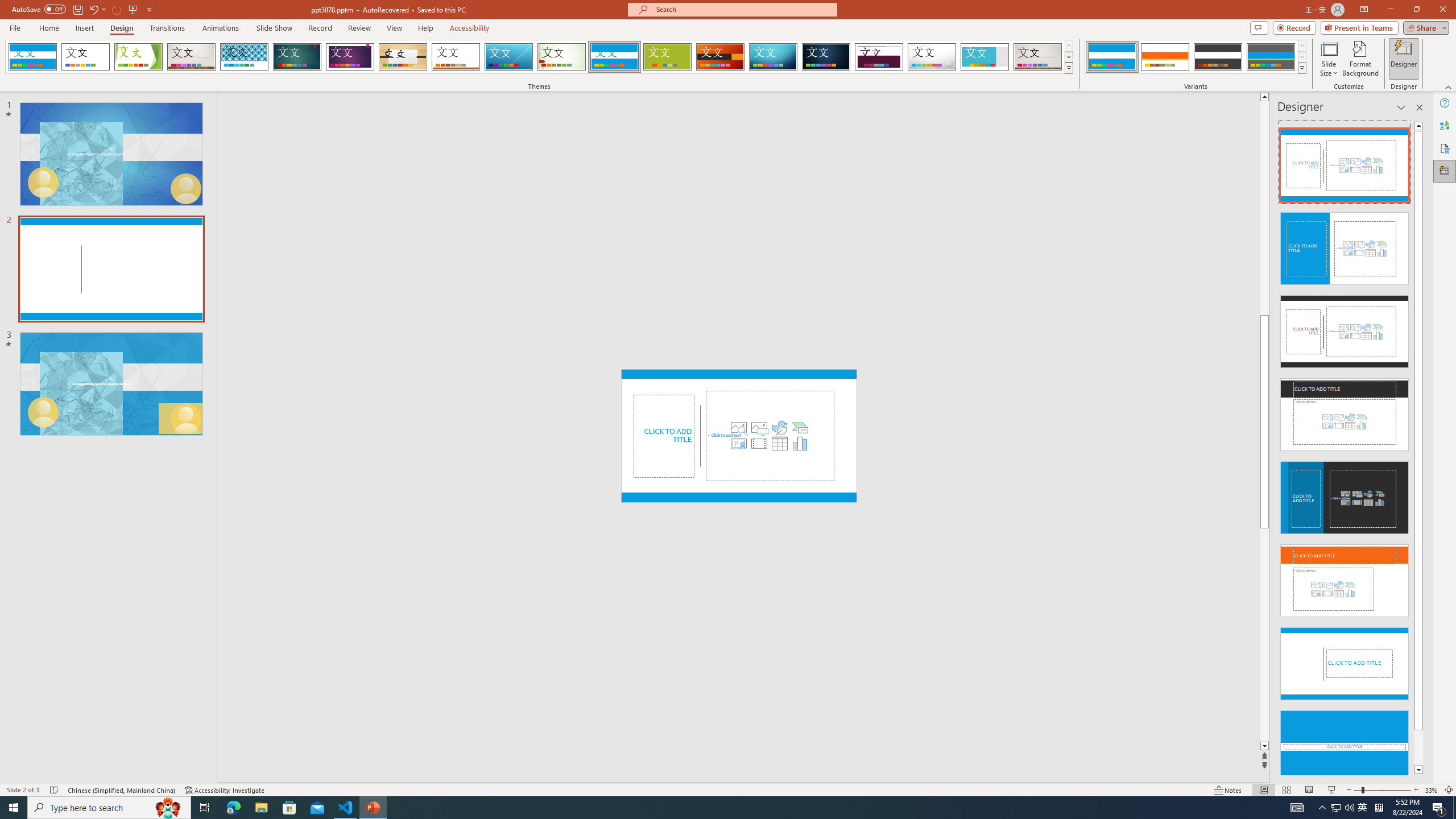 The width and height of the screenshot is (1456, 819). What do you see at coordinates (508, 56) in the screenshot?
I see `'Slice'` at bounding box center [508, 56].